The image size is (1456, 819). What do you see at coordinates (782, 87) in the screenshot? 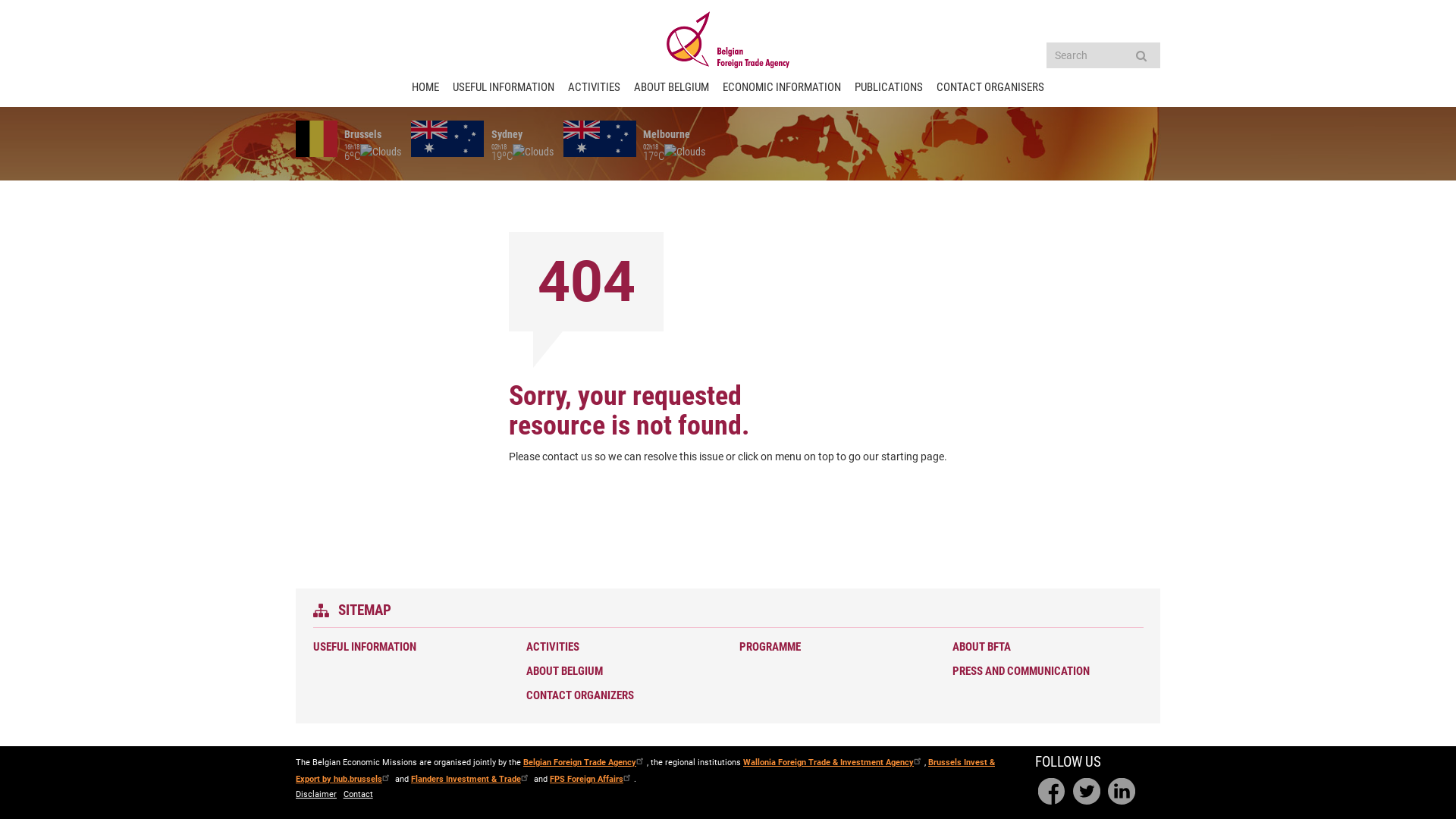
I see `'ECONOMIC INFORMATION'` at bounding box center [782, 87].